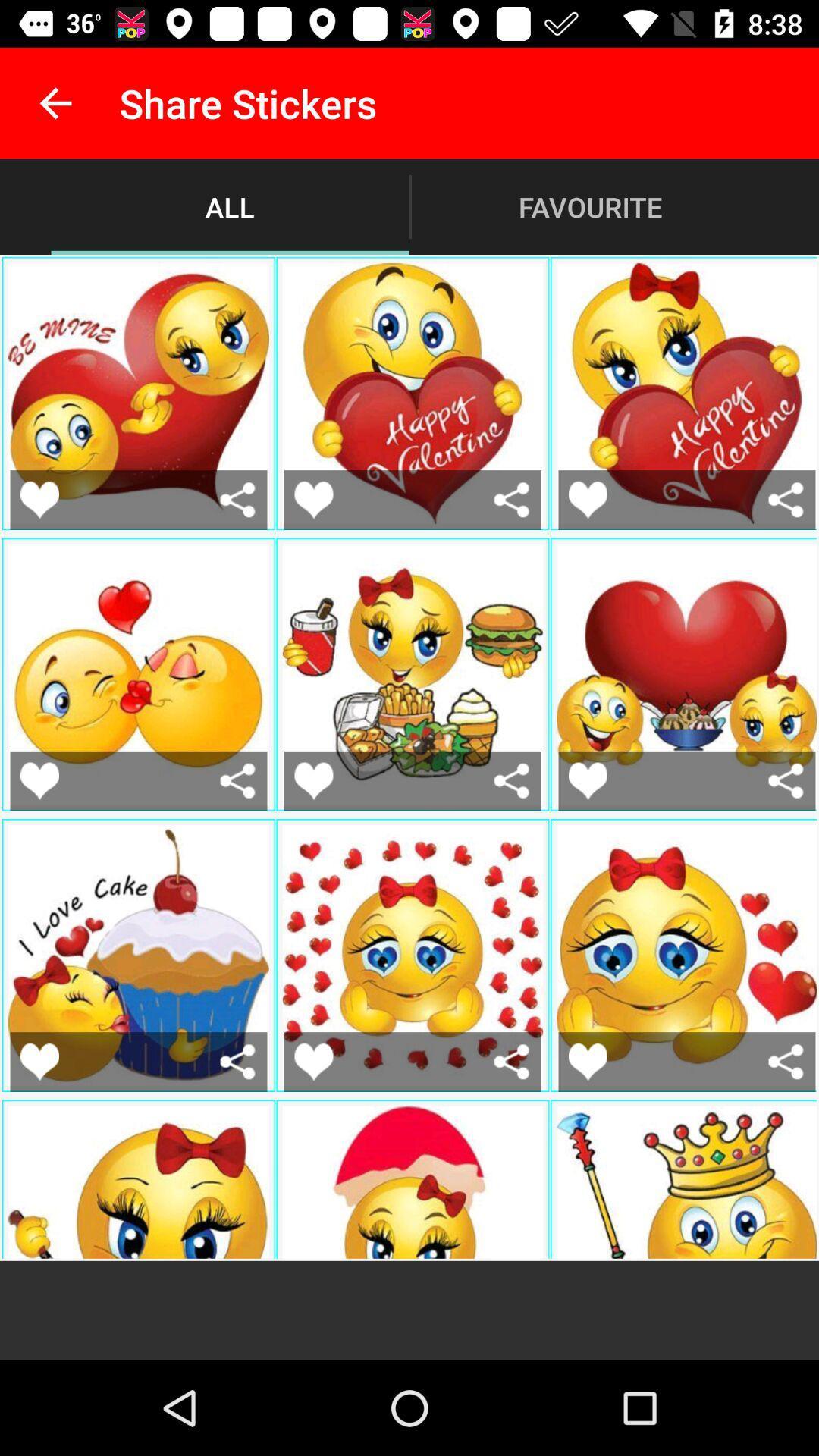  Describe the element at coordinates (312, 1061) in the screenshot. I see `this sticker` at that location.